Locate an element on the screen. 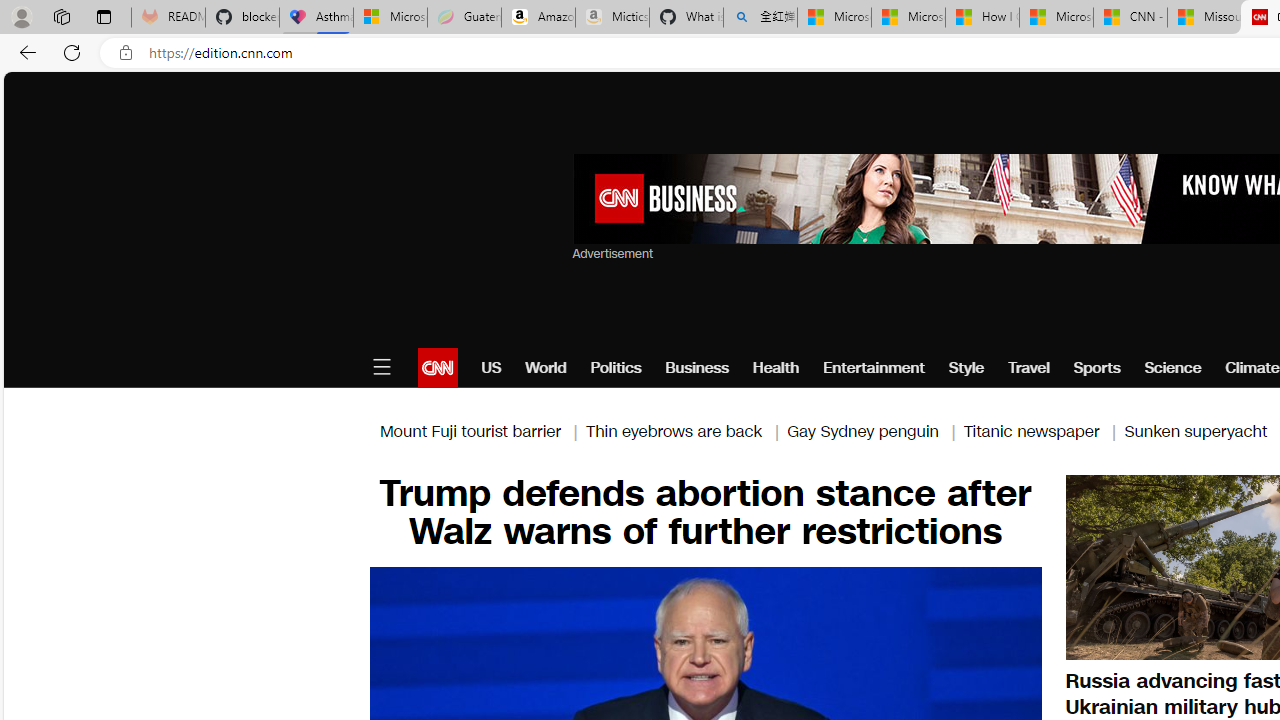  'World' is located at coordinates (545, 367).